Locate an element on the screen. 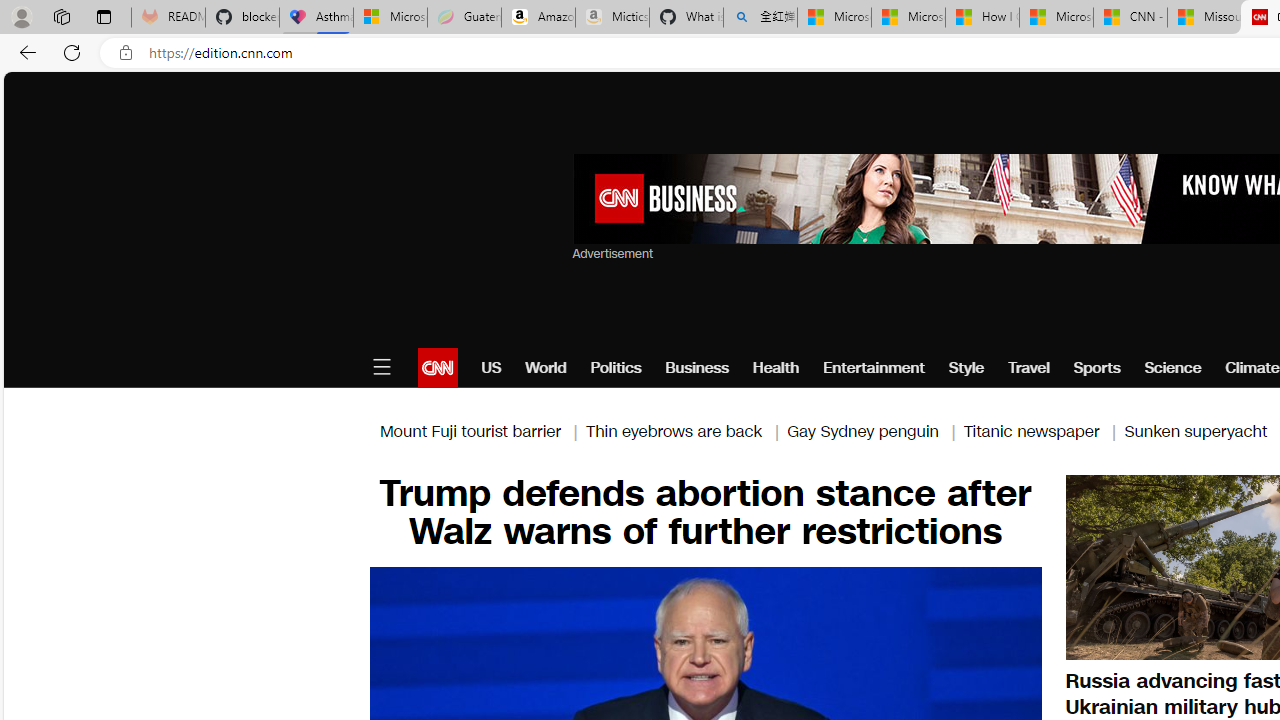  'World' is located at coordinates (545, 367).